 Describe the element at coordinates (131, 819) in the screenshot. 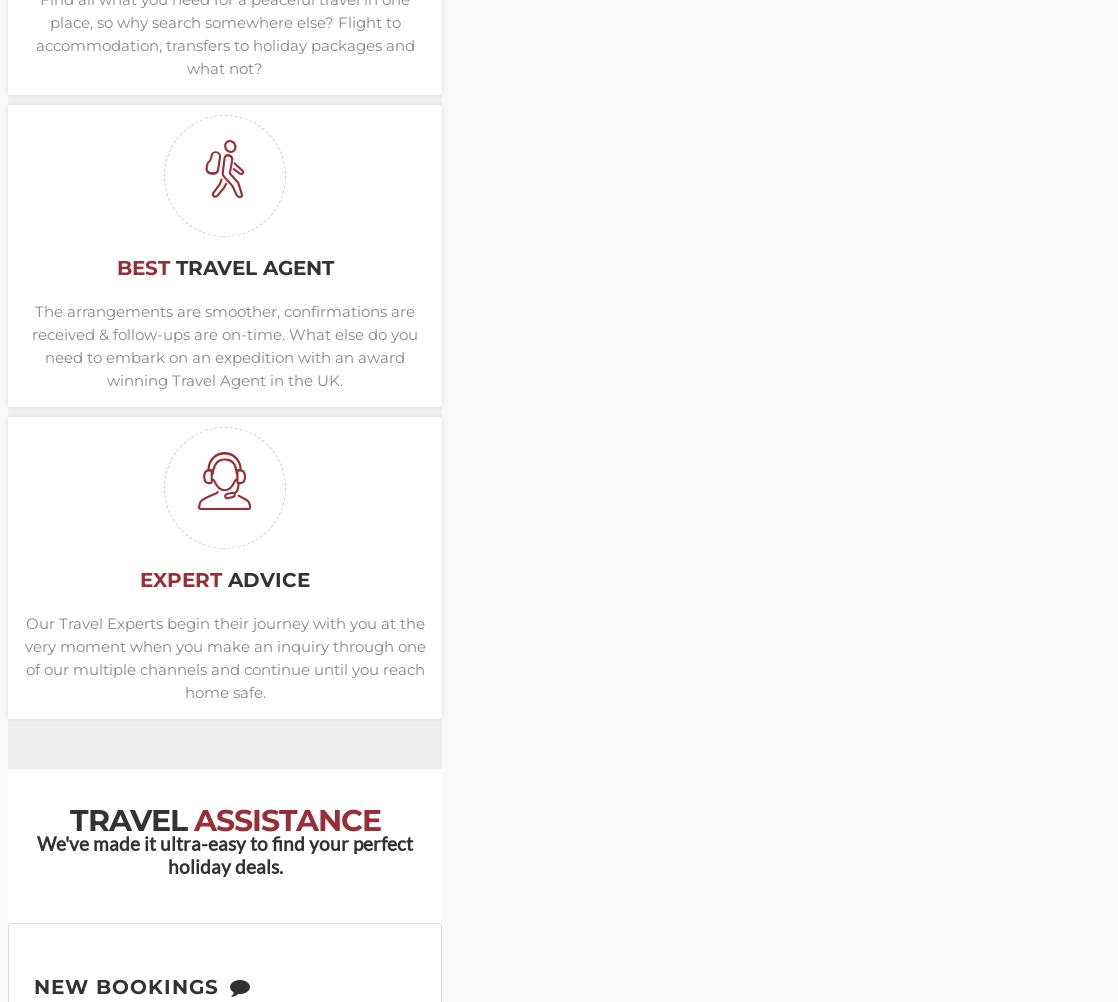

I see `'Travel'` at that location.